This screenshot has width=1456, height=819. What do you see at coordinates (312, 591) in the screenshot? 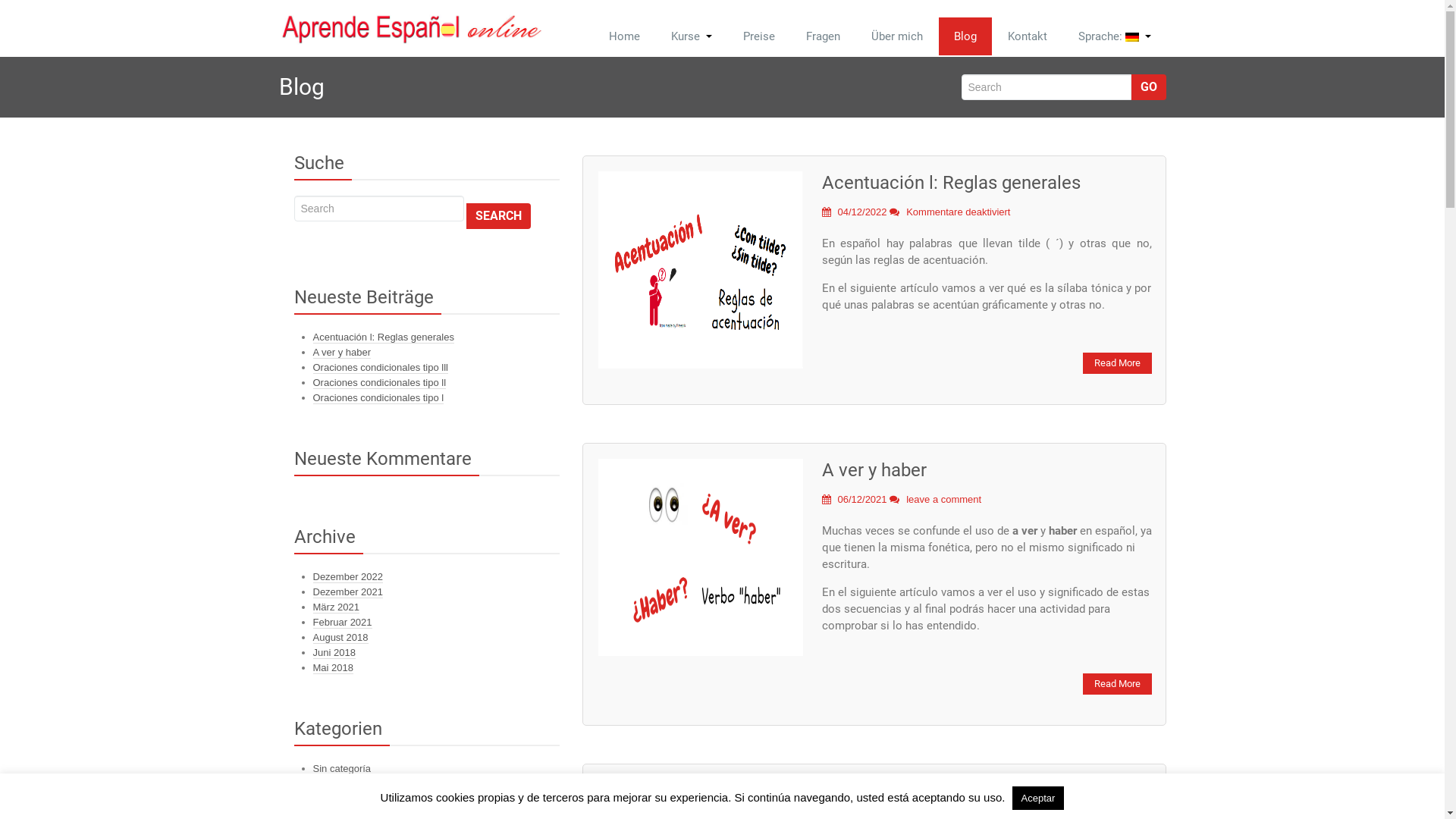
I see `'Dezember 2021'` at bounding box center [312, 591].